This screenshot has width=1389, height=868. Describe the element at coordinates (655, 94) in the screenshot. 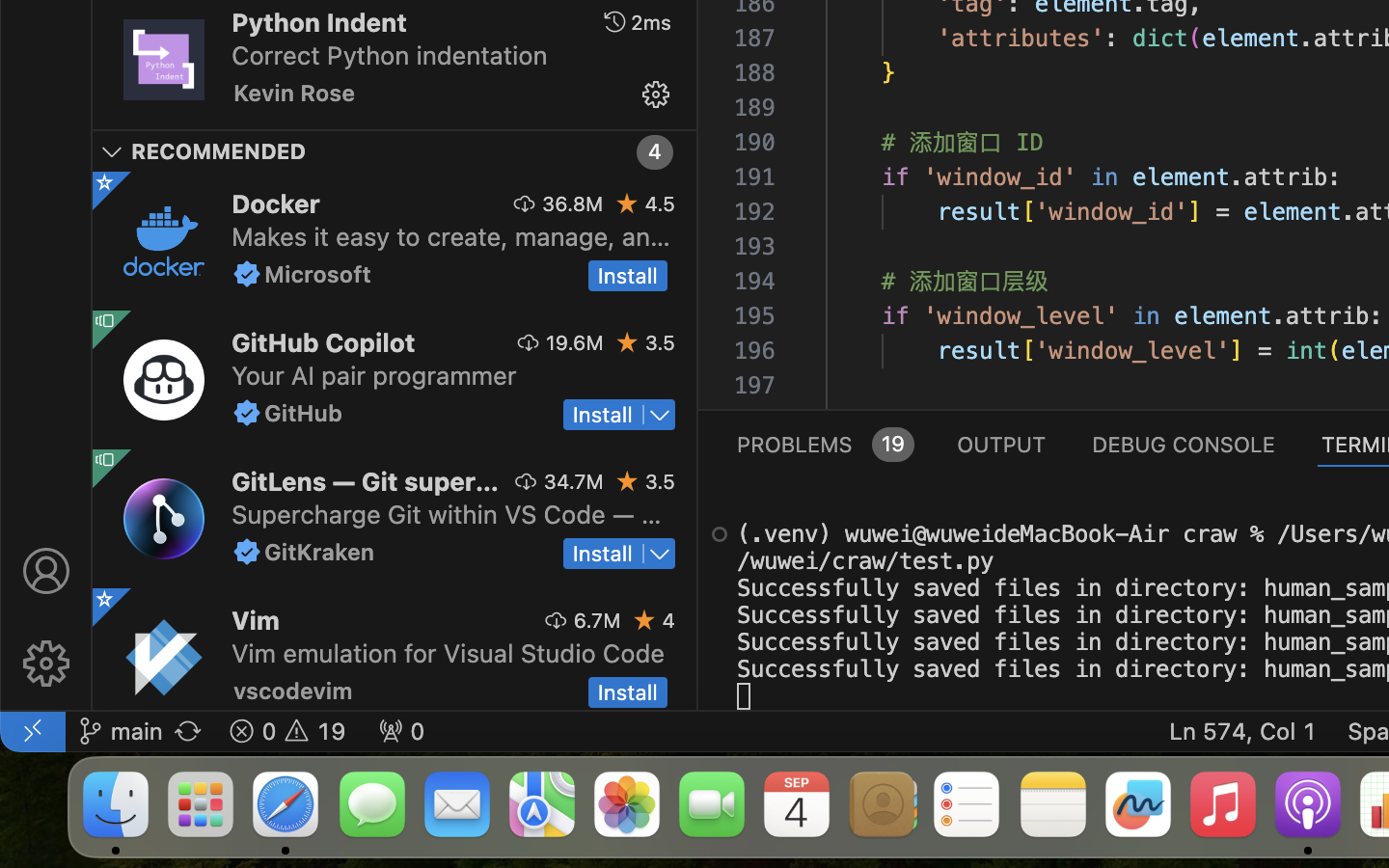

I see `''` at that location.